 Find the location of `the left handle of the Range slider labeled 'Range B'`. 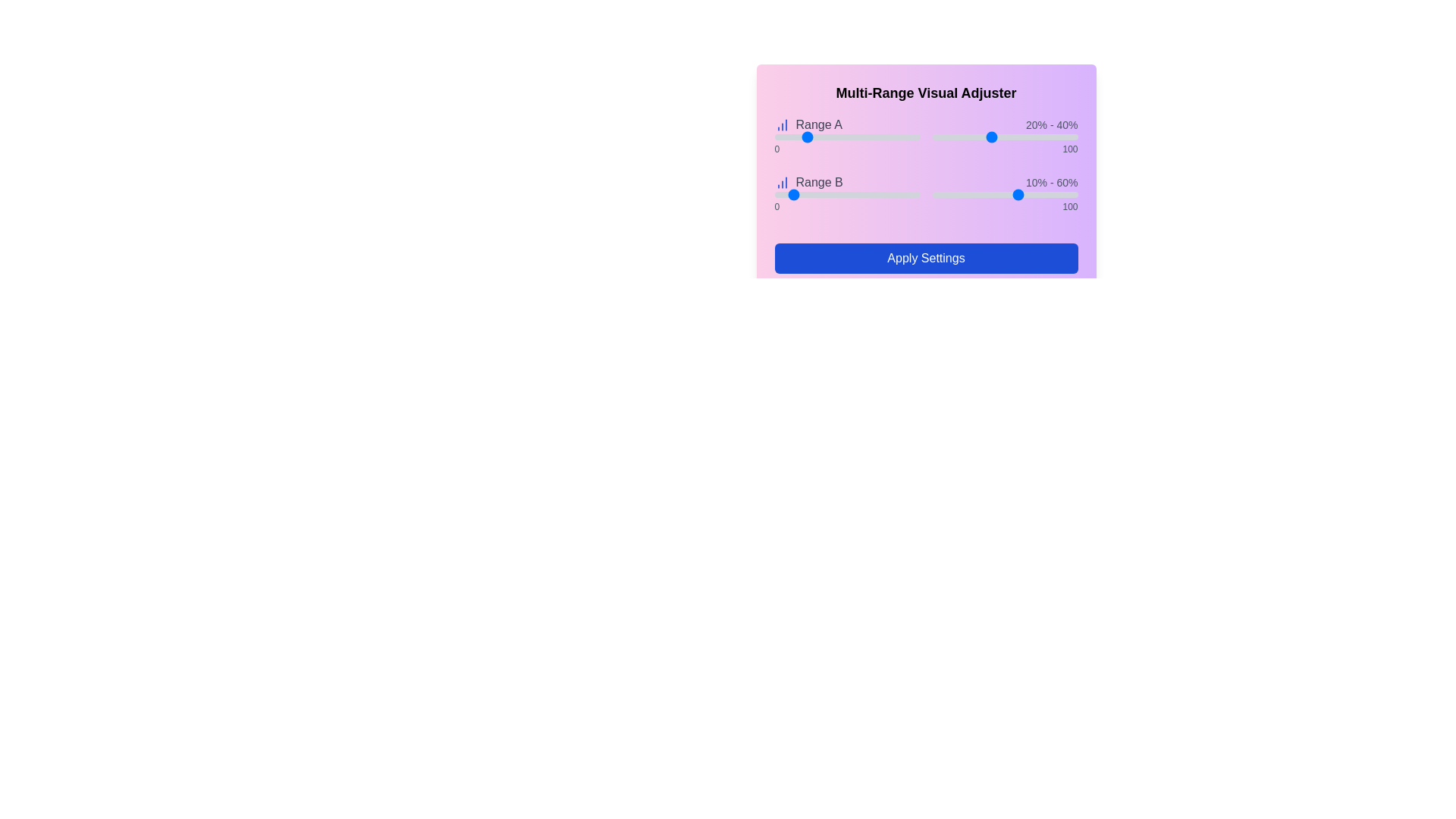

the left handle of the Range slider labeled 'Range B' is located at coordinates (925, 192).